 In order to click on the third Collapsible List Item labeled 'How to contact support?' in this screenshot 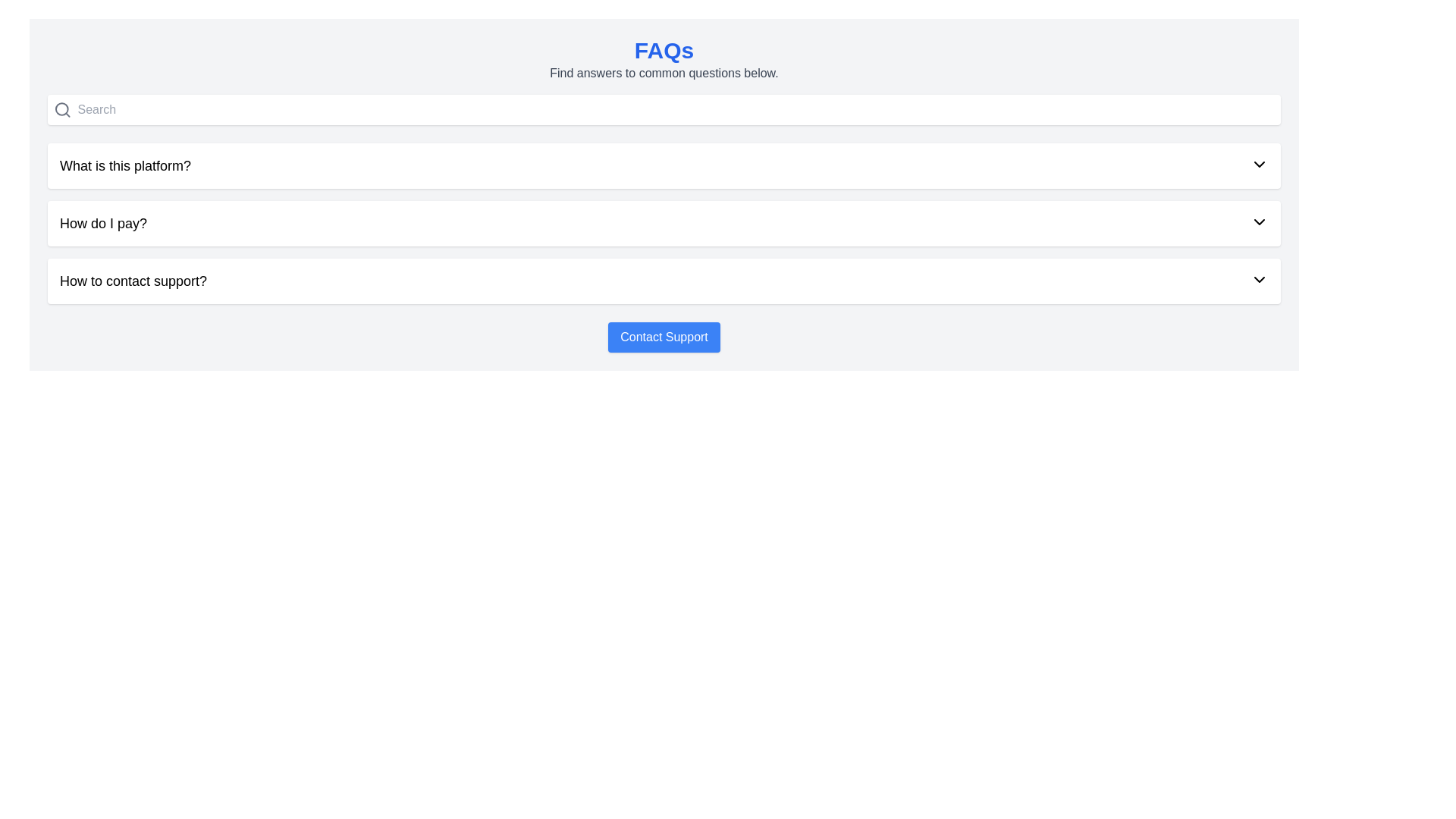, I will do `click(664, 281)`.